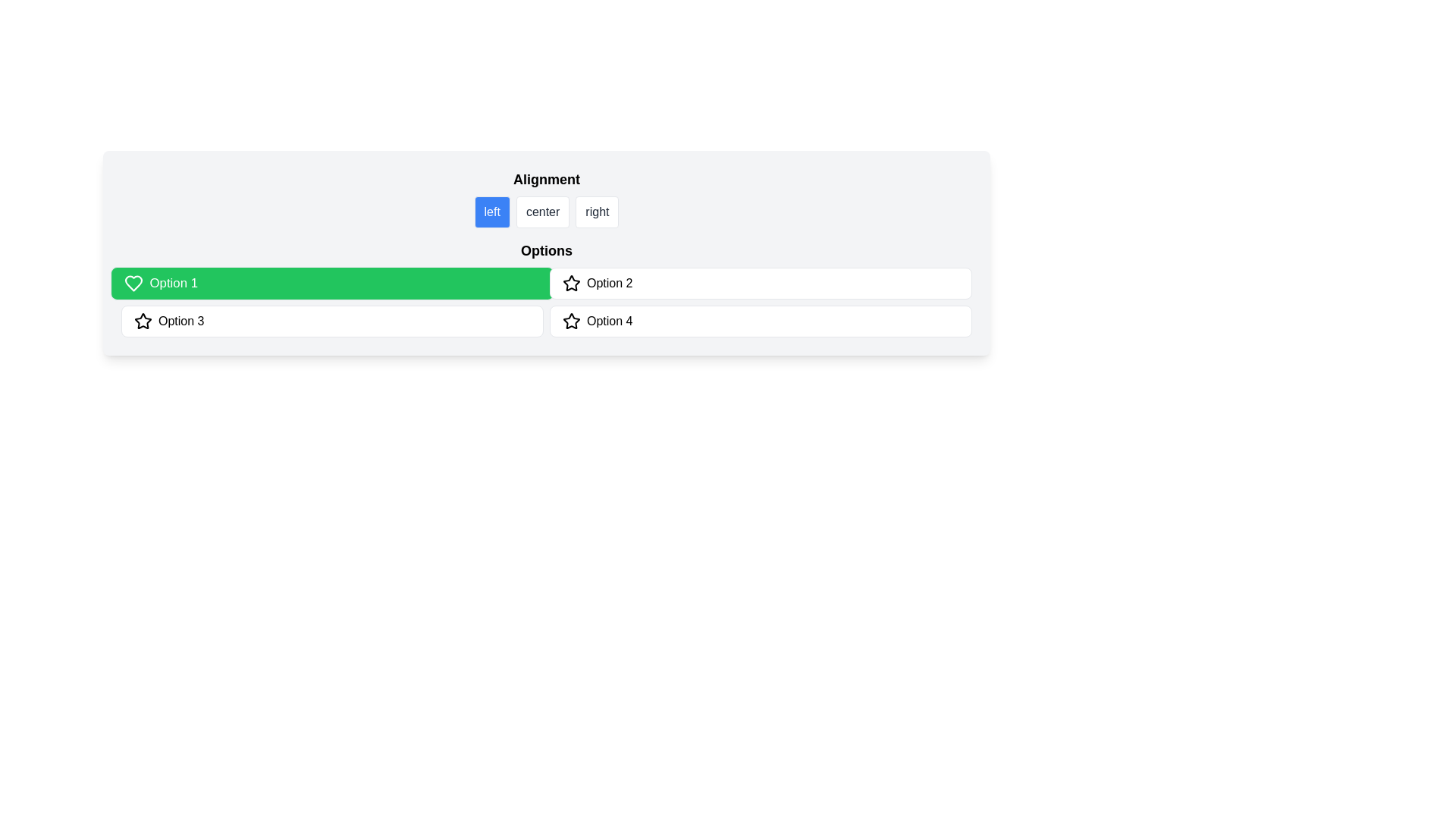 Image resolution: width=1456 pixels, height=819 pixels. Describe the element at coordinates (570, 321) in the screenshot. I see `the star icon representing 'Option 4' to interact with it` at that location.